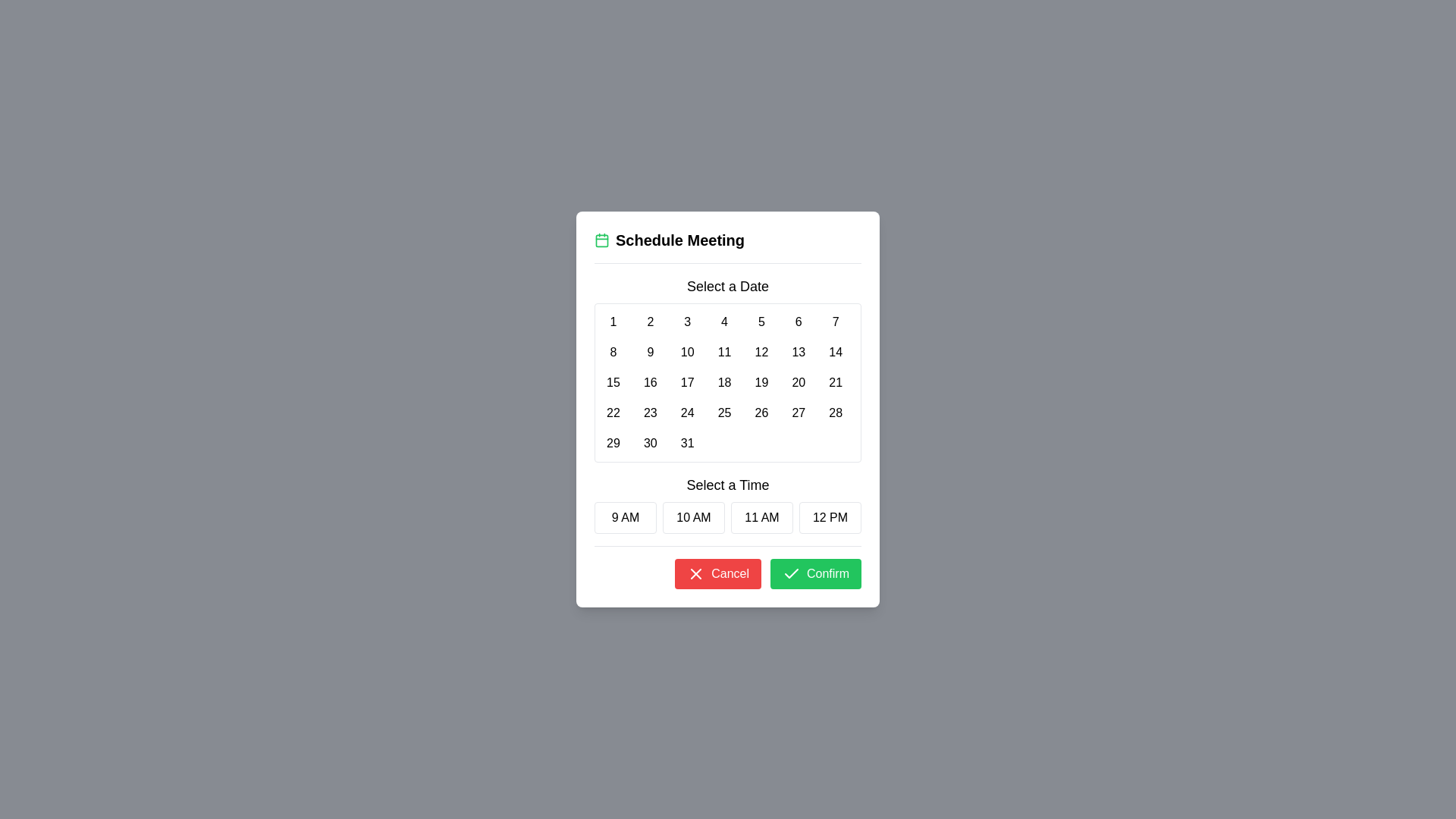  What do you see at coordinates (790, 573) in the screenshot?
I see `the state transition of the white checkmark icon on the green 'Confirm' button, which is styled with bold, angled strokes and located adjacent to a red 'Cancel' button` at bounding box center [790, 573].